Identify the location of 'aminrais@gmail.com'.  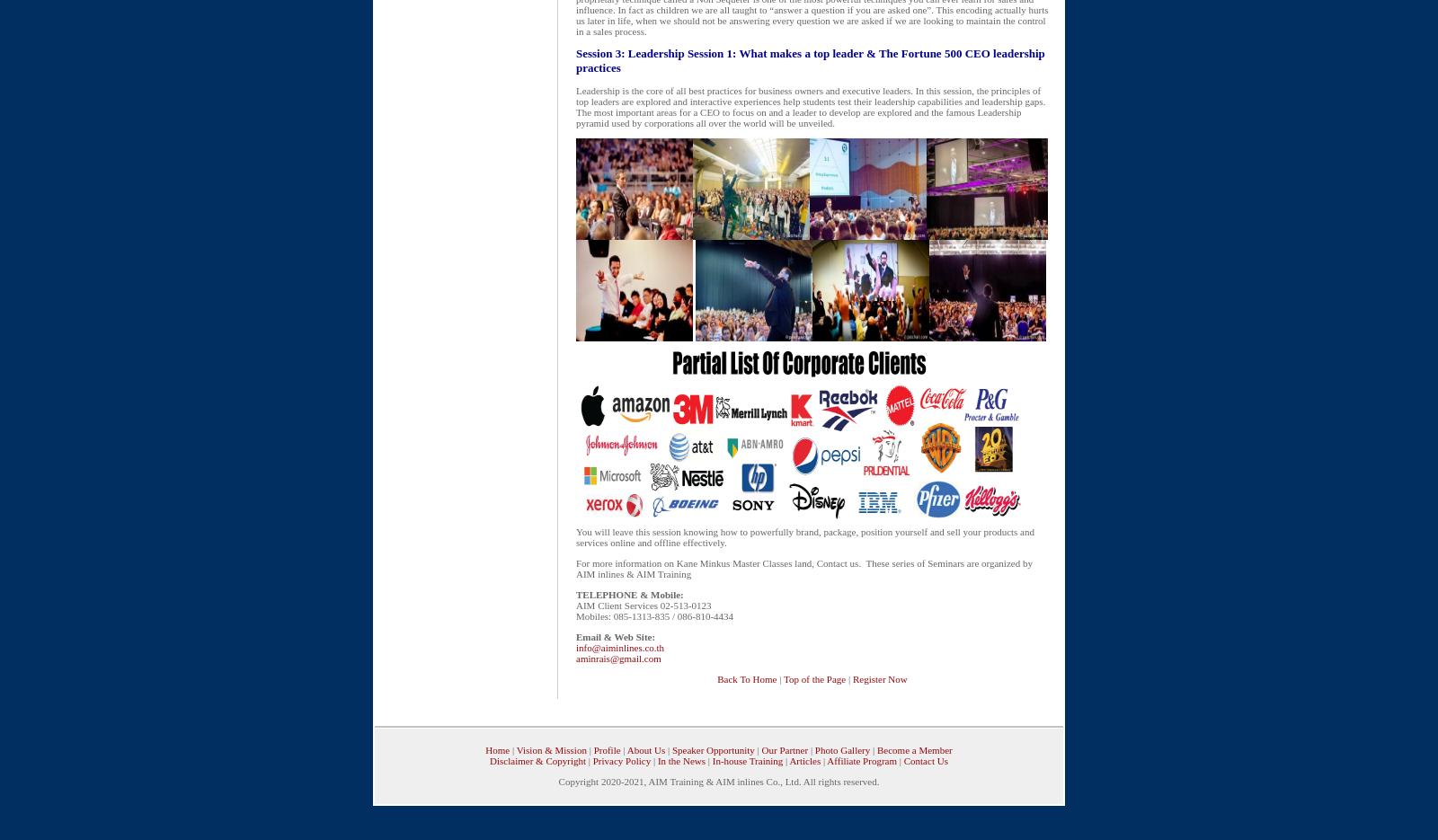
(619, 659).